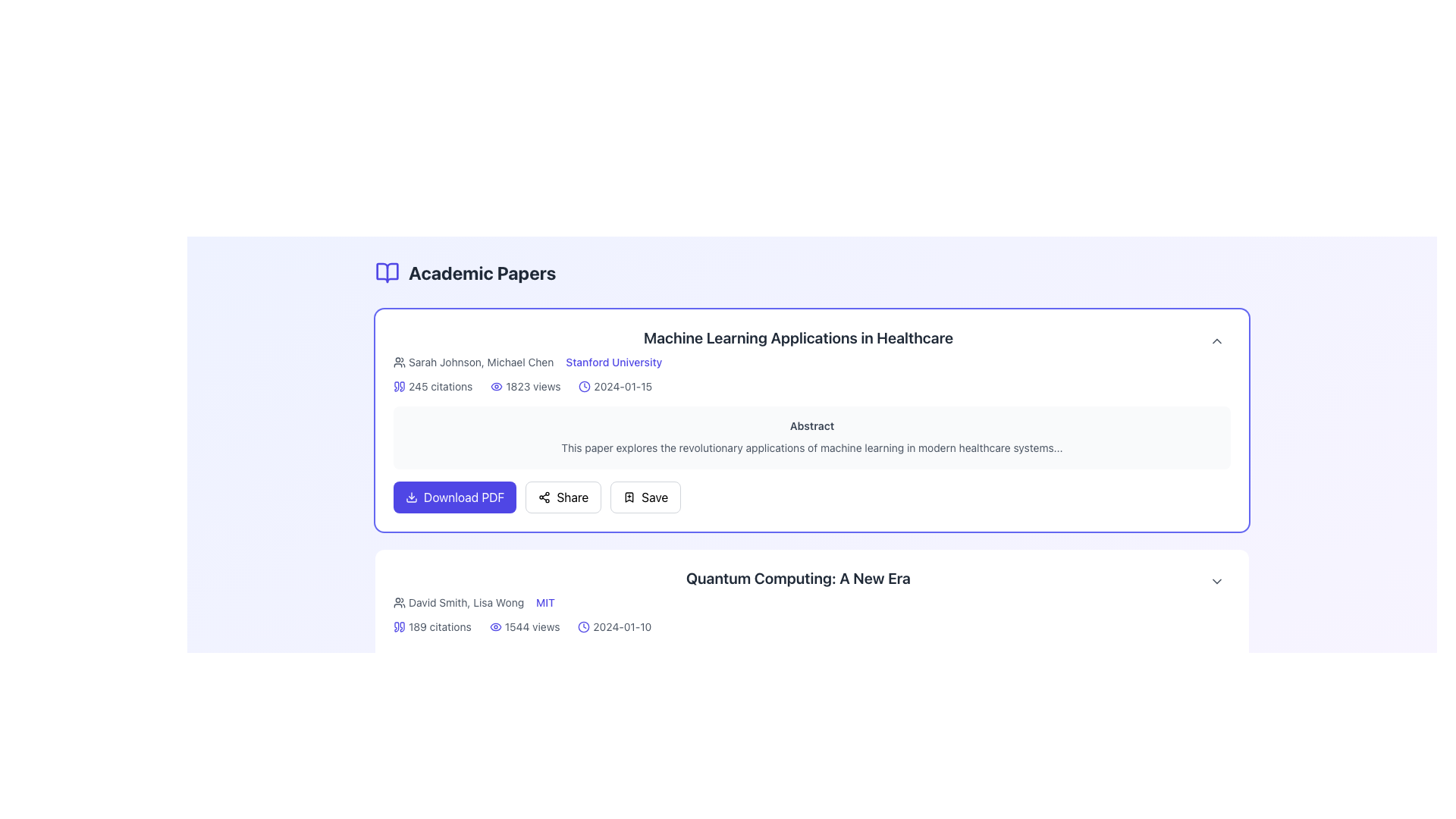 This screenshot has width=1456, height=819. I want to click on the text label displaying the date associated with the paper, located in the first paper card after '245 citations' and '1823 views', so click(615, 385).